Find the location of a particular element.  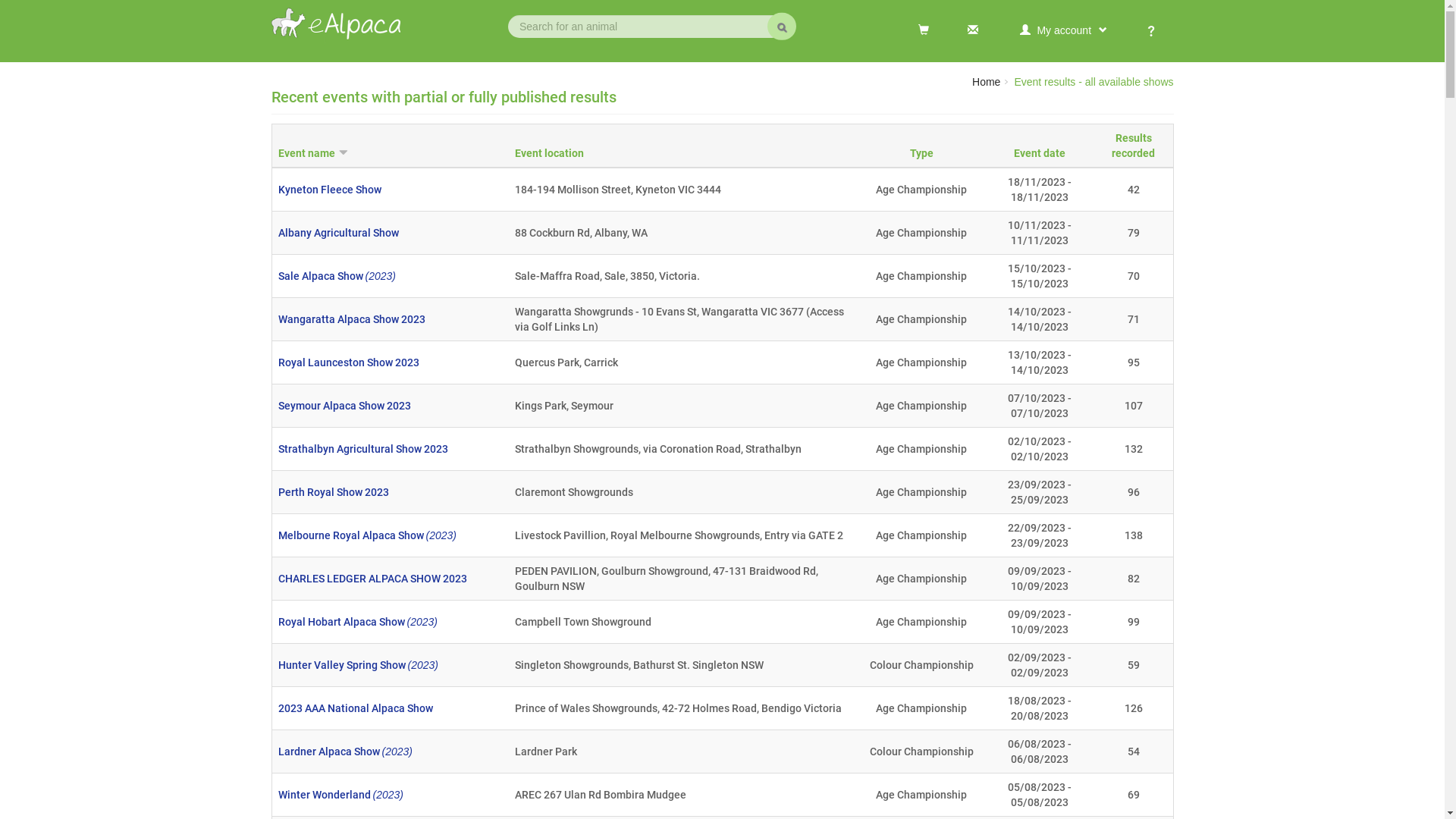

'Royal Hobart Alpaca Show (2023)' is located at coordinates (356, 622).